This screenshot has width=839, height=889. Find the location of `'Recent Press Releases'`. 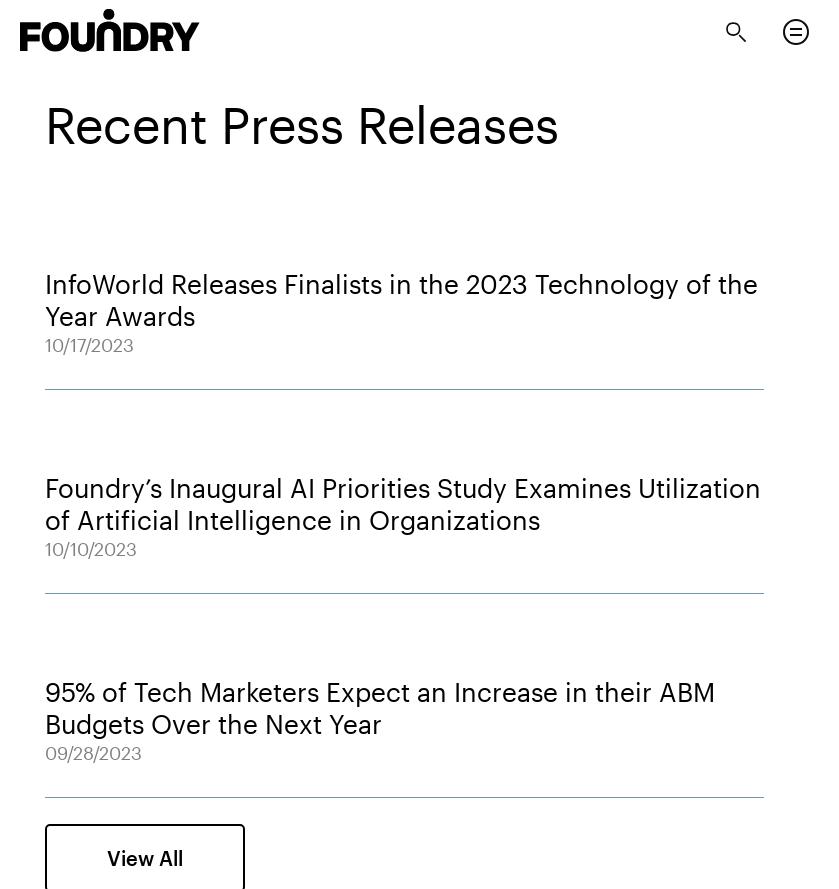

'Recent Press Releases' is located at coordinates (44, 123).